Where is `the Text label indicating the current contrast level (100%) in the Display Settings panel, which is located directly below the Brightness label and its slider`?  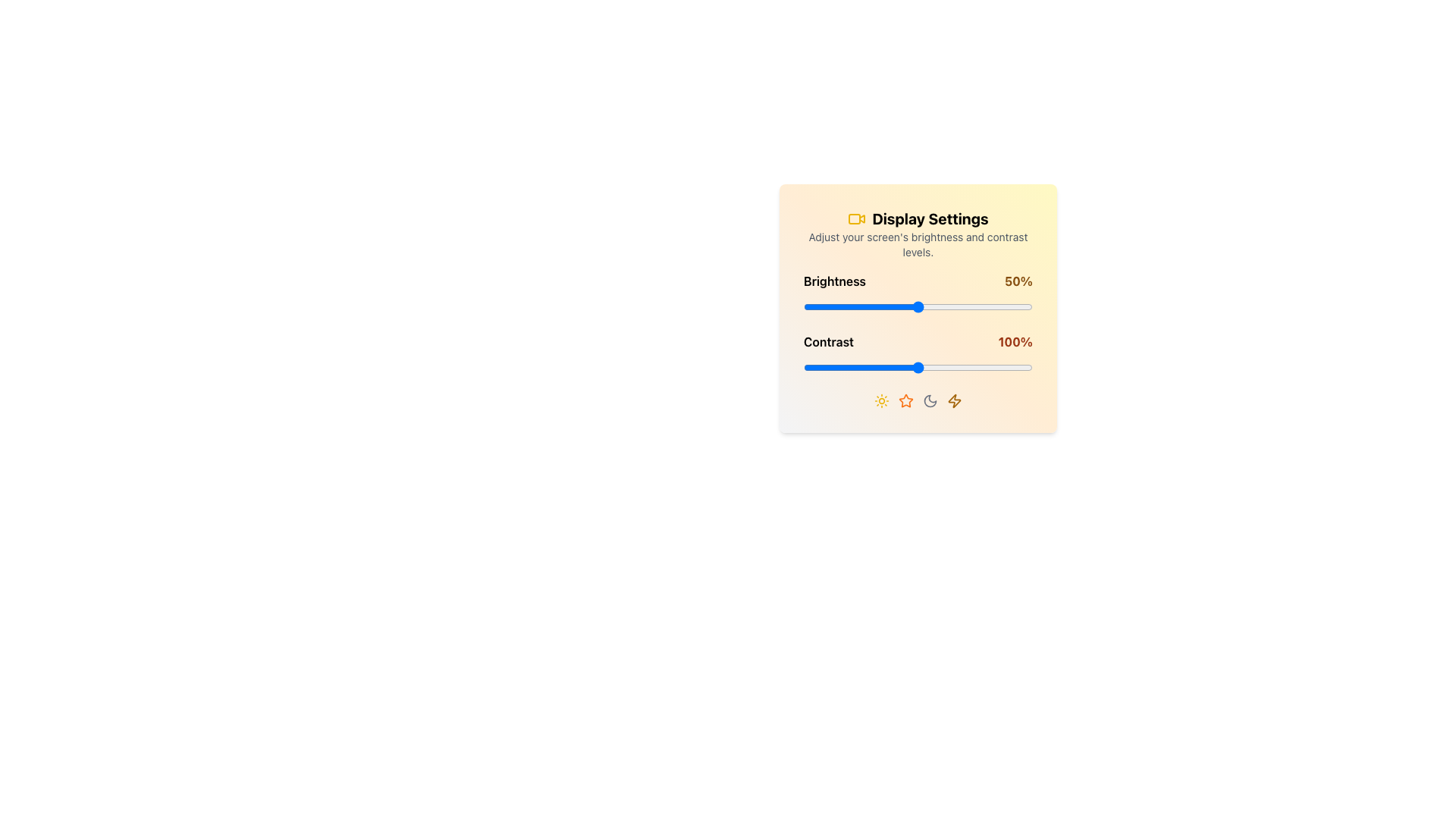 the Text label indicating the current contrast level (100%) in the Display Settings panel, which is located directly below the Brightness label and its slider is located at coordinates (917, 353).